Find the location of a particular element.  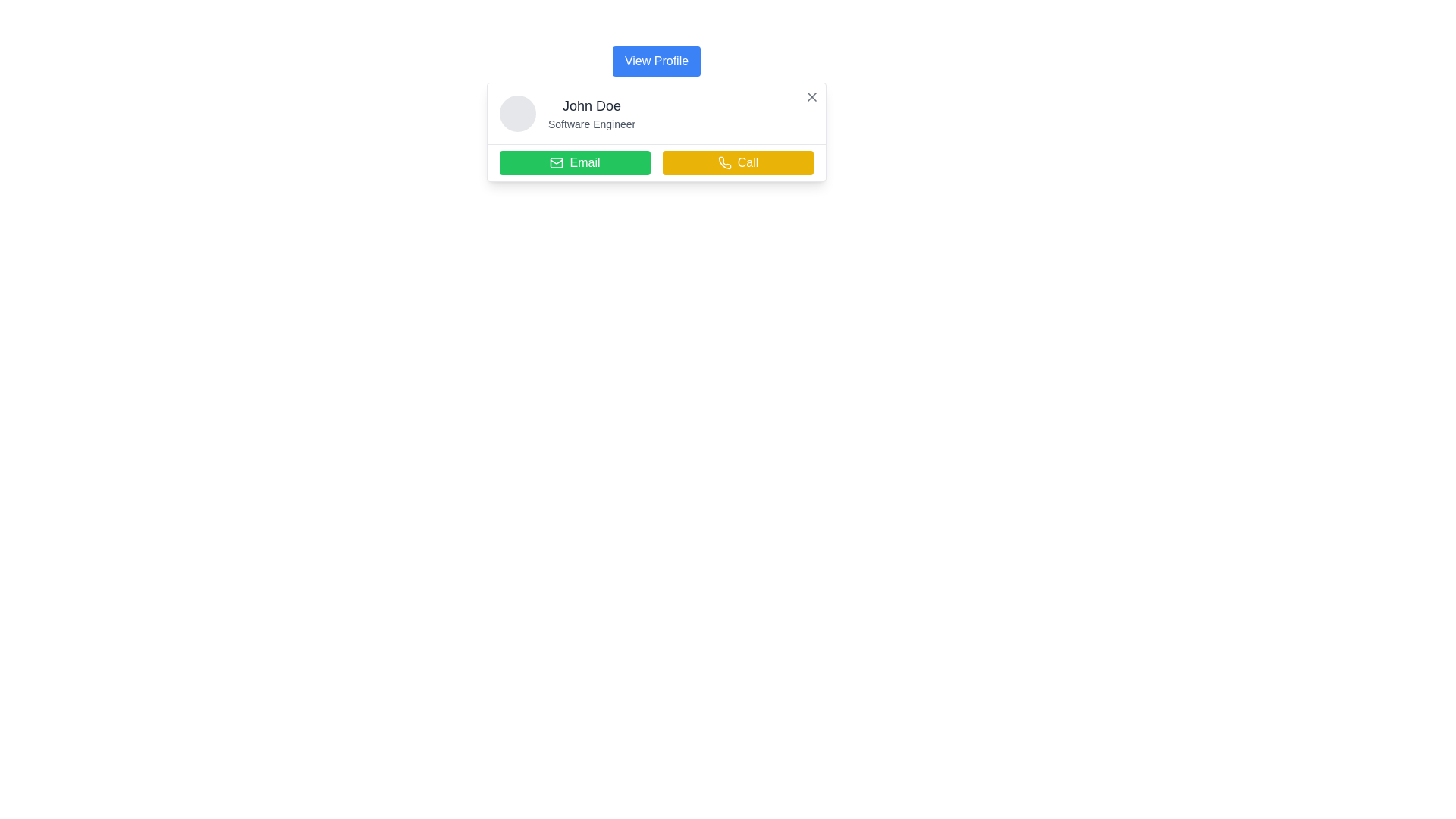

the label displaying the name of an individual in the profile card, which is positioned above the subtitle 'Software Engineer' and next to the user profile image is located at coordinates (591, 105).